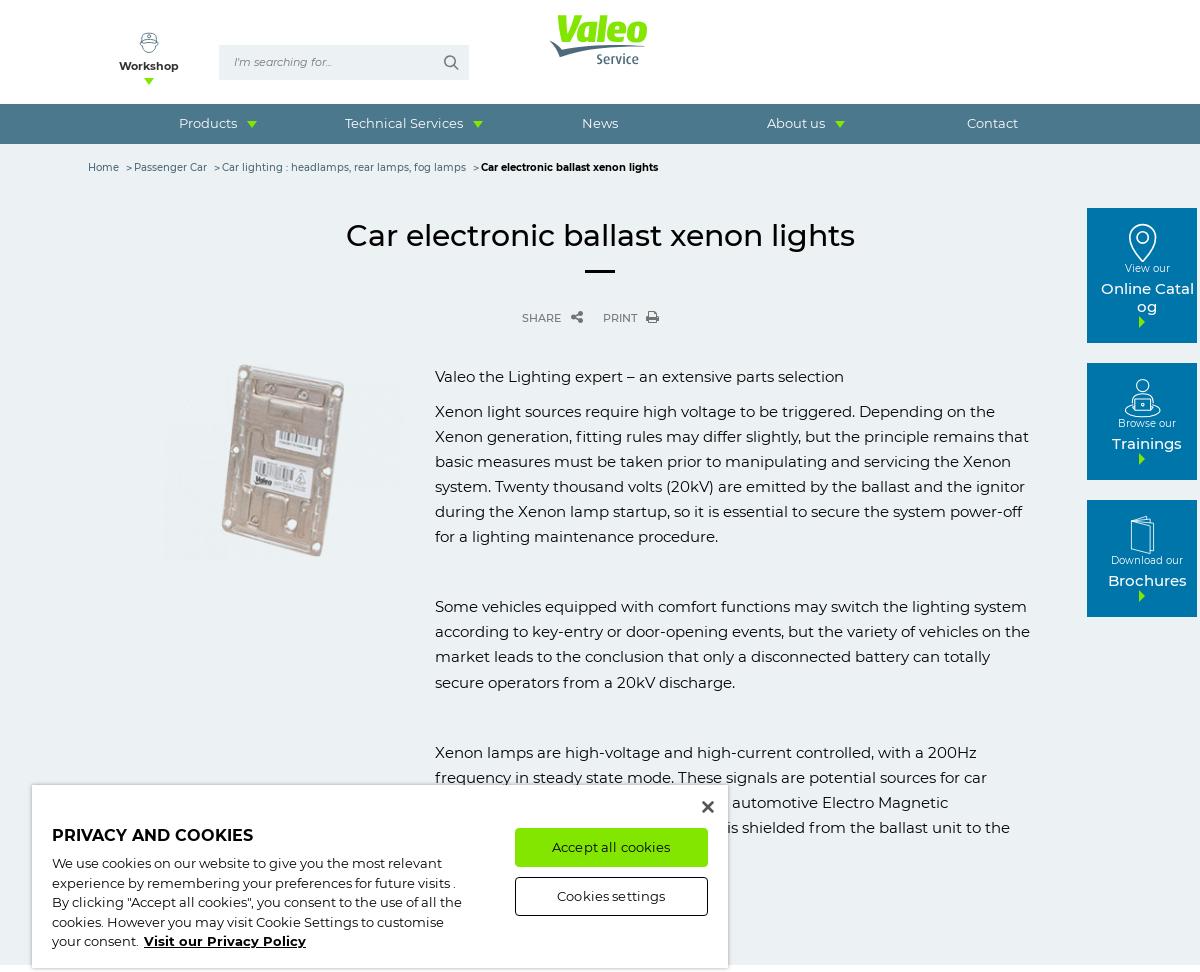 The height and width of the screenshot is (972, 1200). I want to click on 'Online Training', so click(206, 176).